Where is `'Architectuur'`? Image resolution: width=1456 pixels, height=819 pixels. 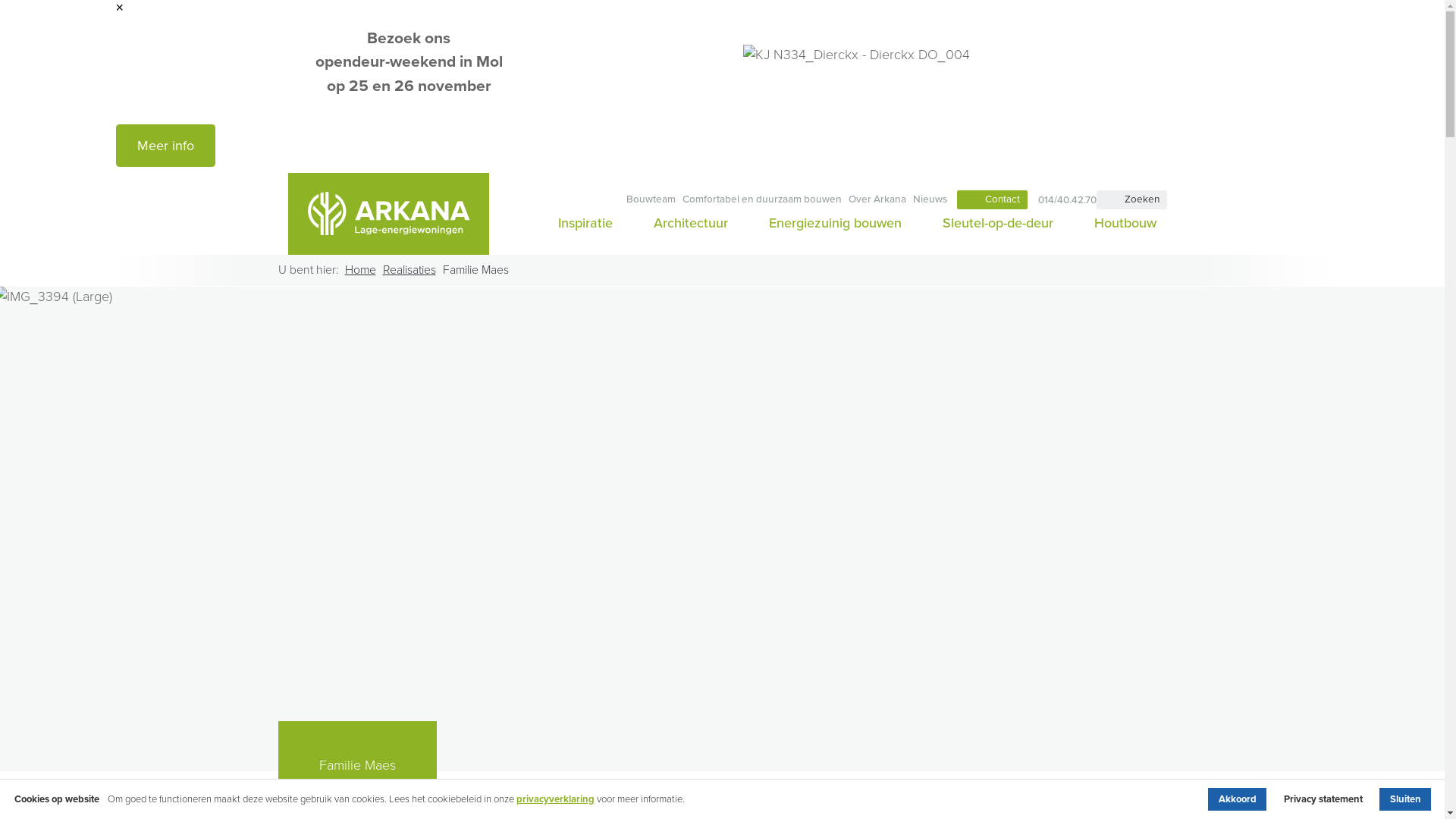
'Architectuur' is located at coordinates (643, 223).